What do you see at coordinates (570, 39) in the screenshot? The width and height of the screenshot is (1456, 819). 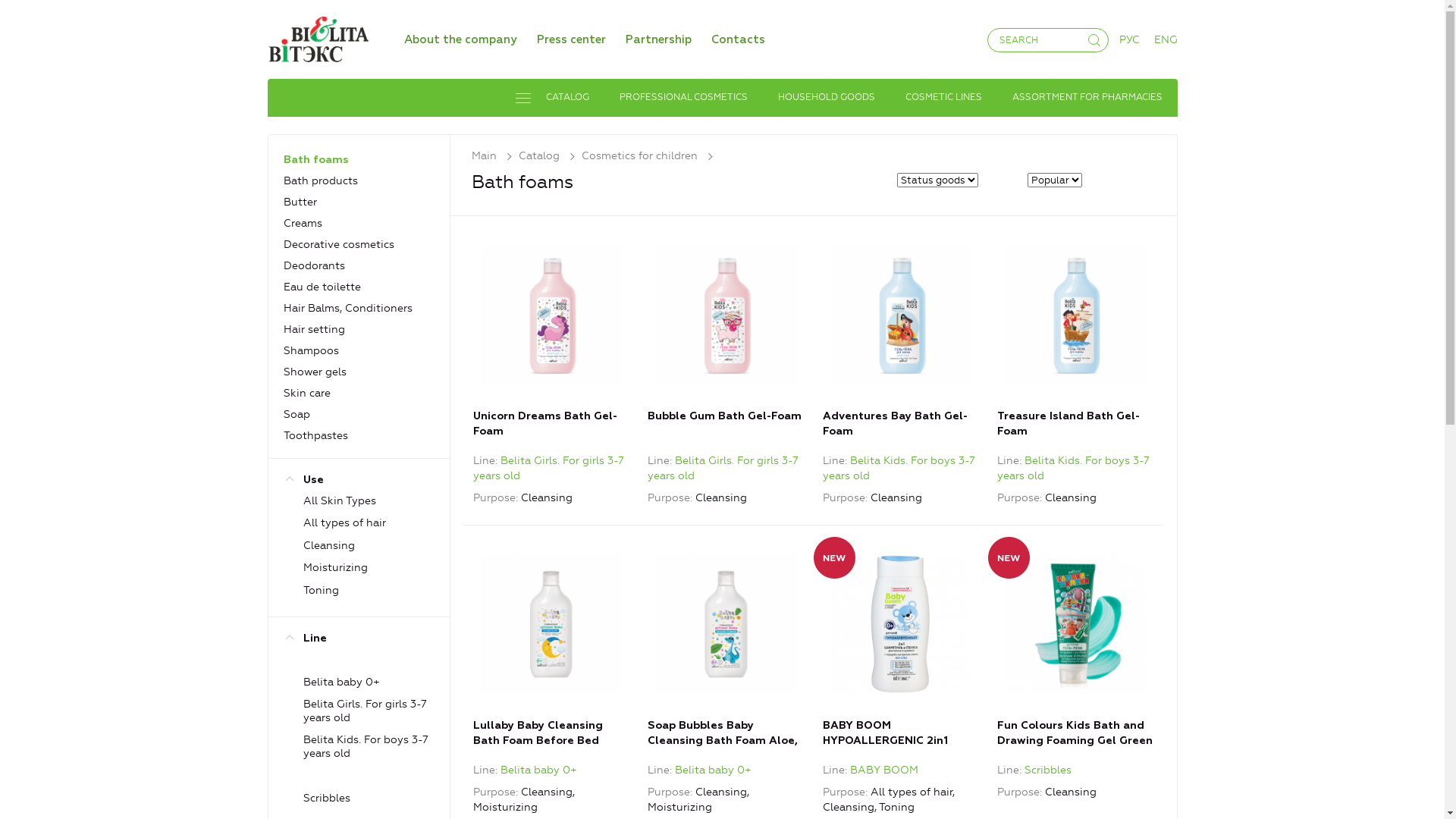 I see `'Press center'` at bounding box center [570, 39].